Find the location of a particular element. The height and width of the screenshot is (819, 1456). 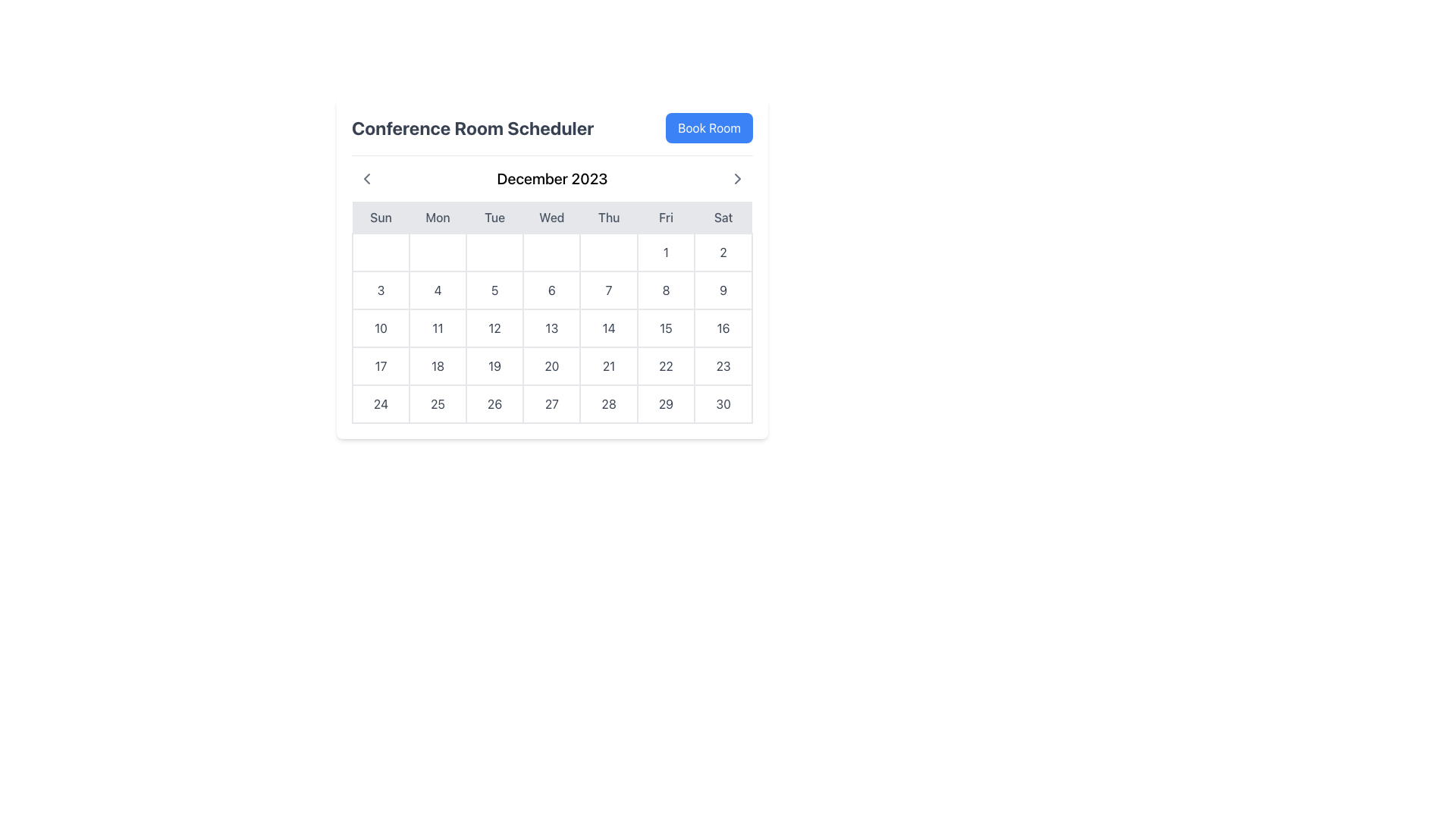

the Static Text Label that displays the currently selected month and year in the calendar interface, located at the center of the top section of the calendar is located at coordinates (551, 177).